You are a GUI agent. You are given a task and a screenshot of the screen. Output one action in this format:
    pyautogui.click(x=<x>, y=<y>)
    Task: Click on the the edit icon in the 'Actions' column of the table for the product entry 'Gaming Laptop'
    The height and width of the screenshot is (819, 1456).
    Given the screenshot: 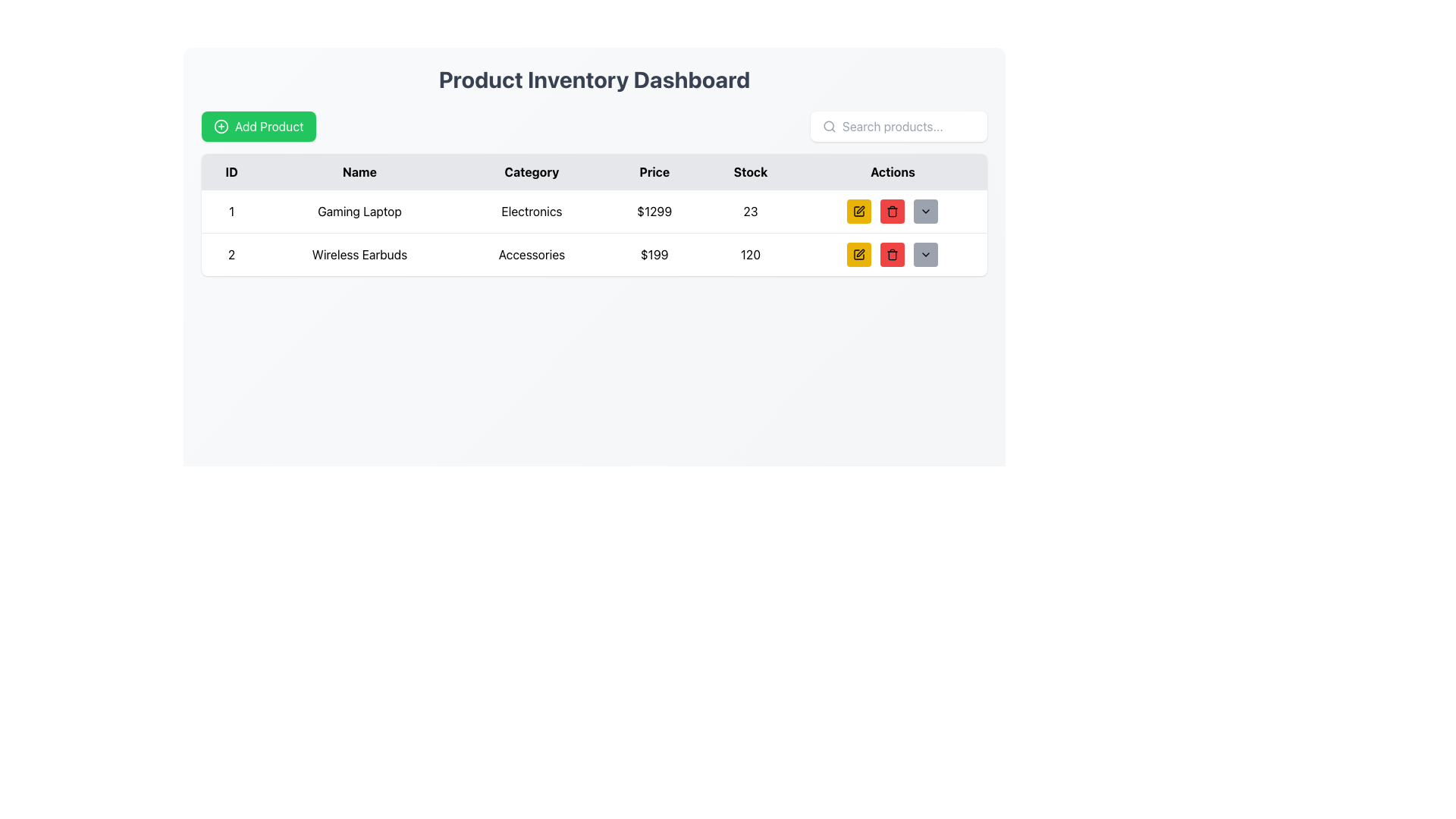 What is the action you would take?
    pyautogui.click(x=859, y=211)
    